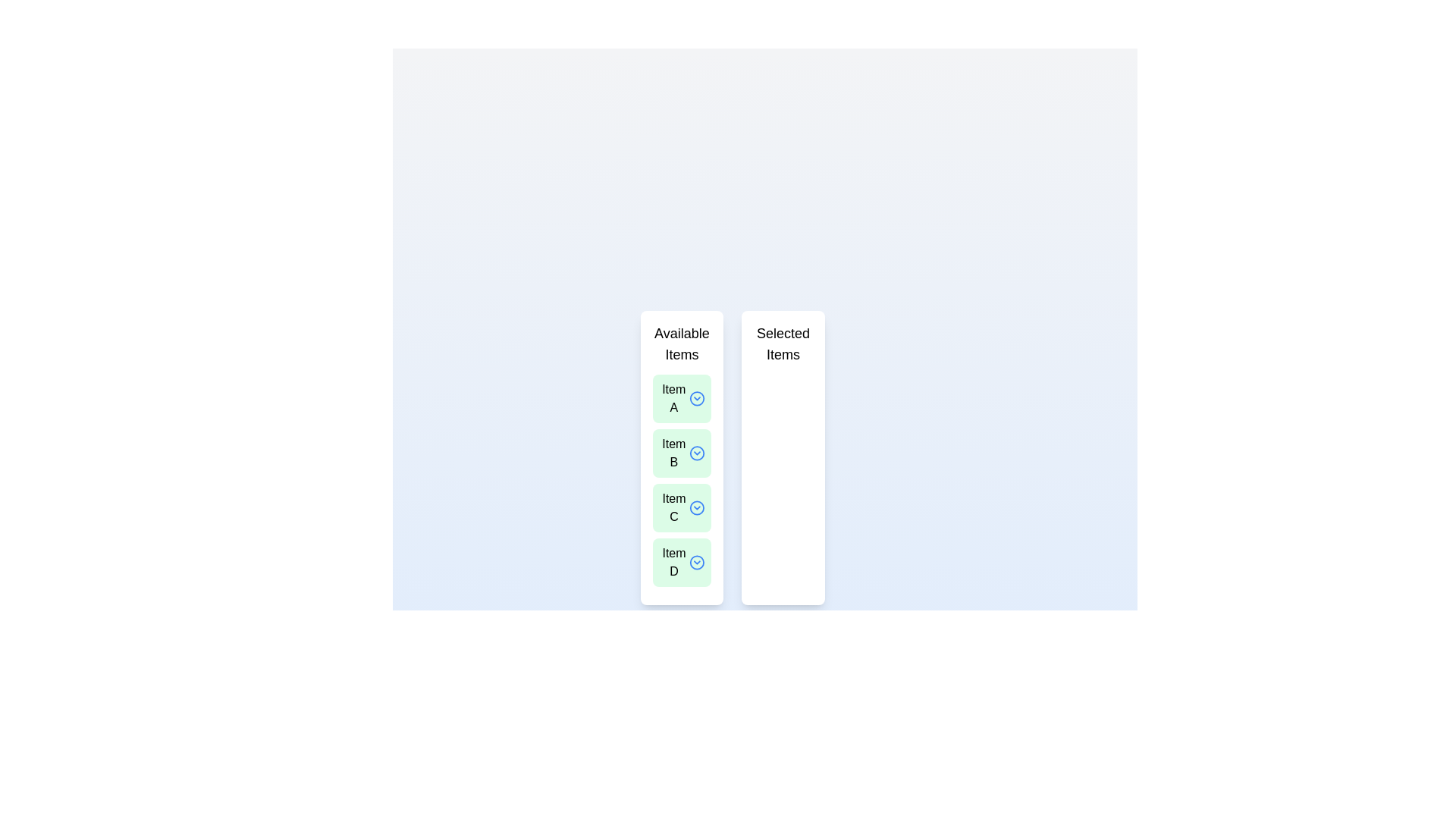  Describe the element at coordinates (696, 397) in the screenshot. I see `the down arrow icon next to Item A in the 'Available Items' list to transfer it to 'Selected Items'` at that location.